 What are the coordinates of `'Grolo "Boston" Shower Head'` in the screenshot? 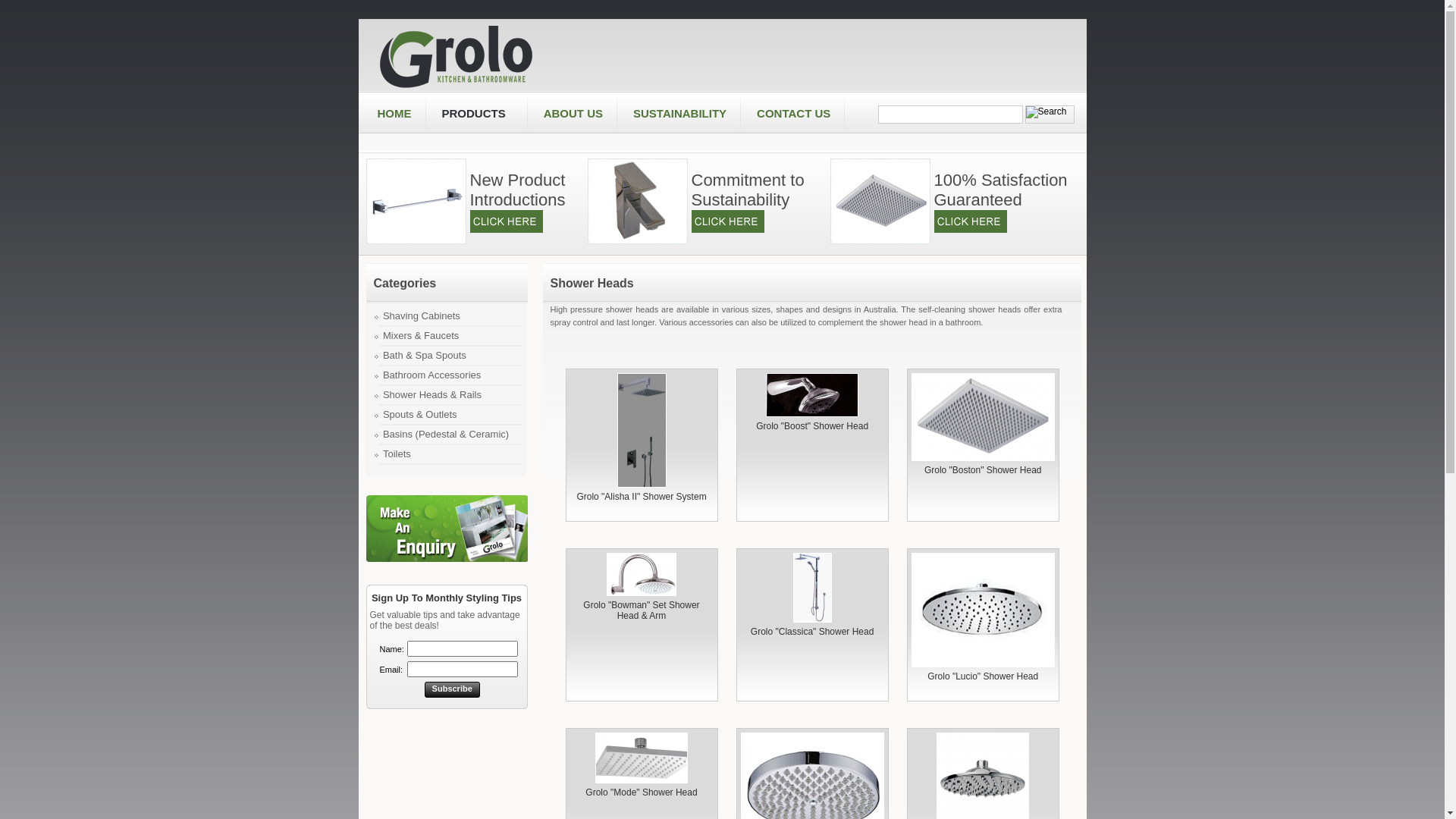 It's located at (910, 417).